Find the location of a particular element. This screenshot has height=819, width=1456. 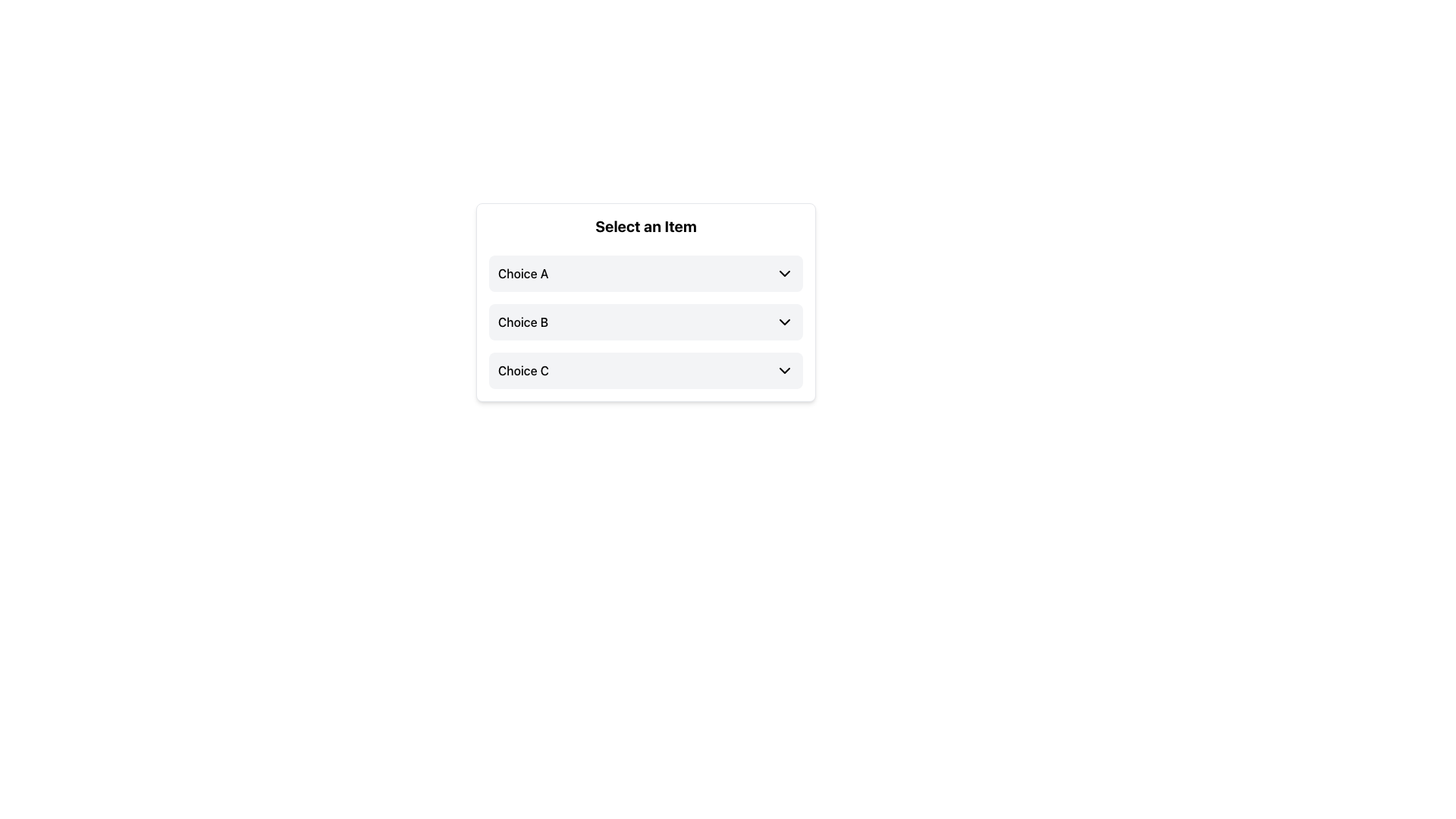

the dropdown menu item located between 'Choice A' and 'Choice C' is located at coordinates (645, 321).